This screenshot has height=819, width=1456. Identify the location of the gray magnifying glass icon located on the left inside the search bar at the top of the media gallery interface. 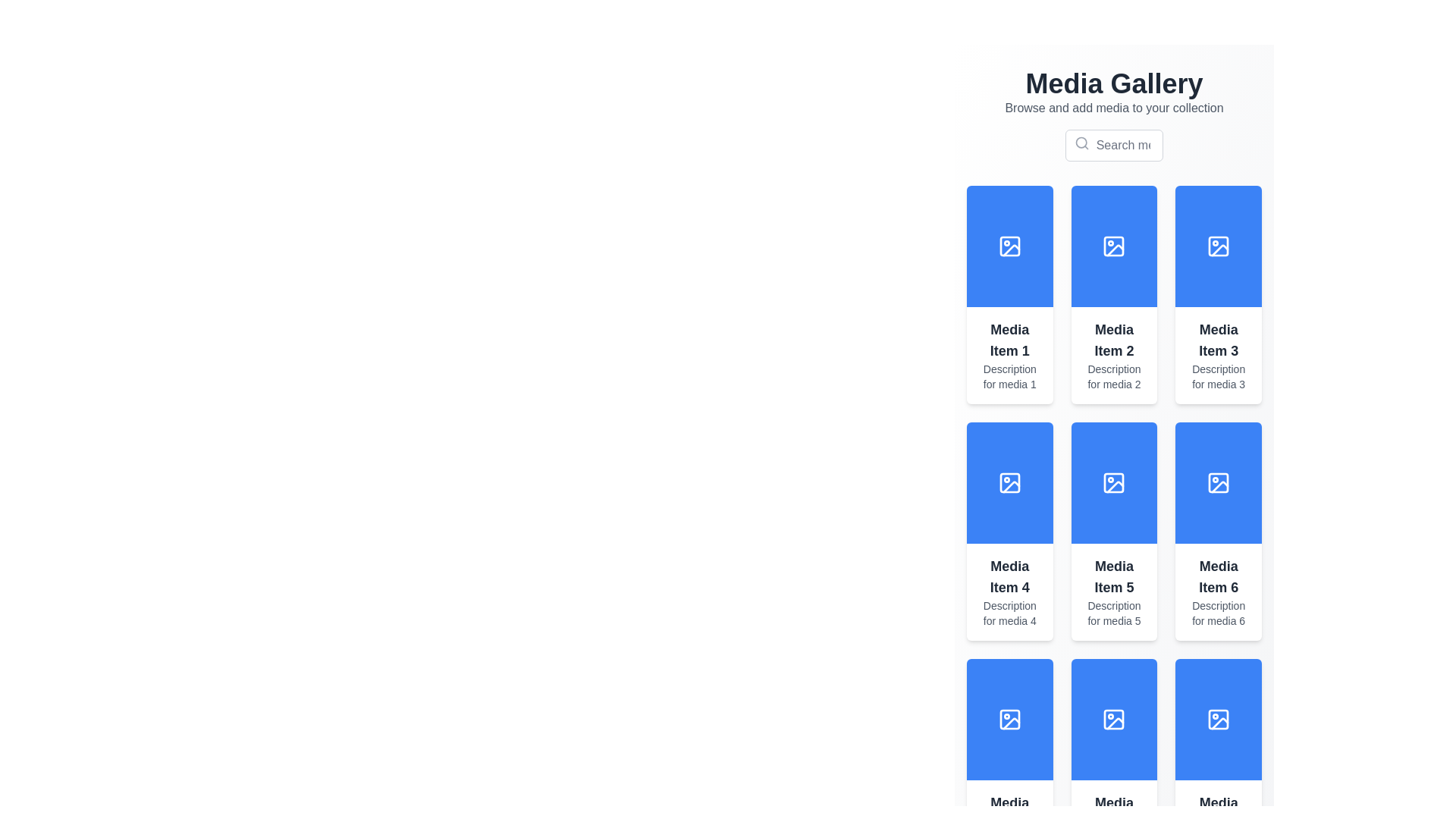
(1081, 143).